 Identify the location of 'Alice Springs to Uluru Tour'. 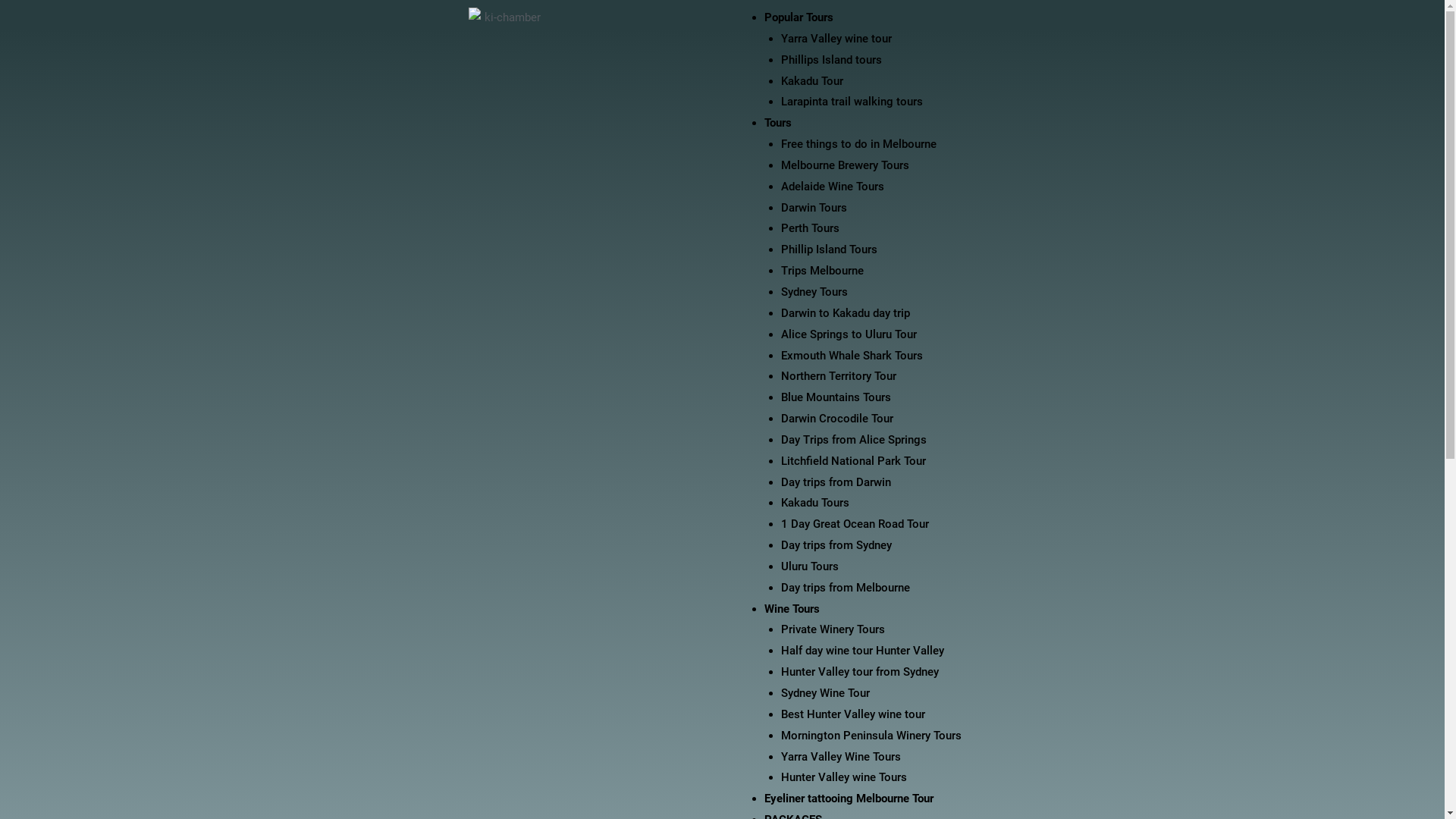
(848, 333).